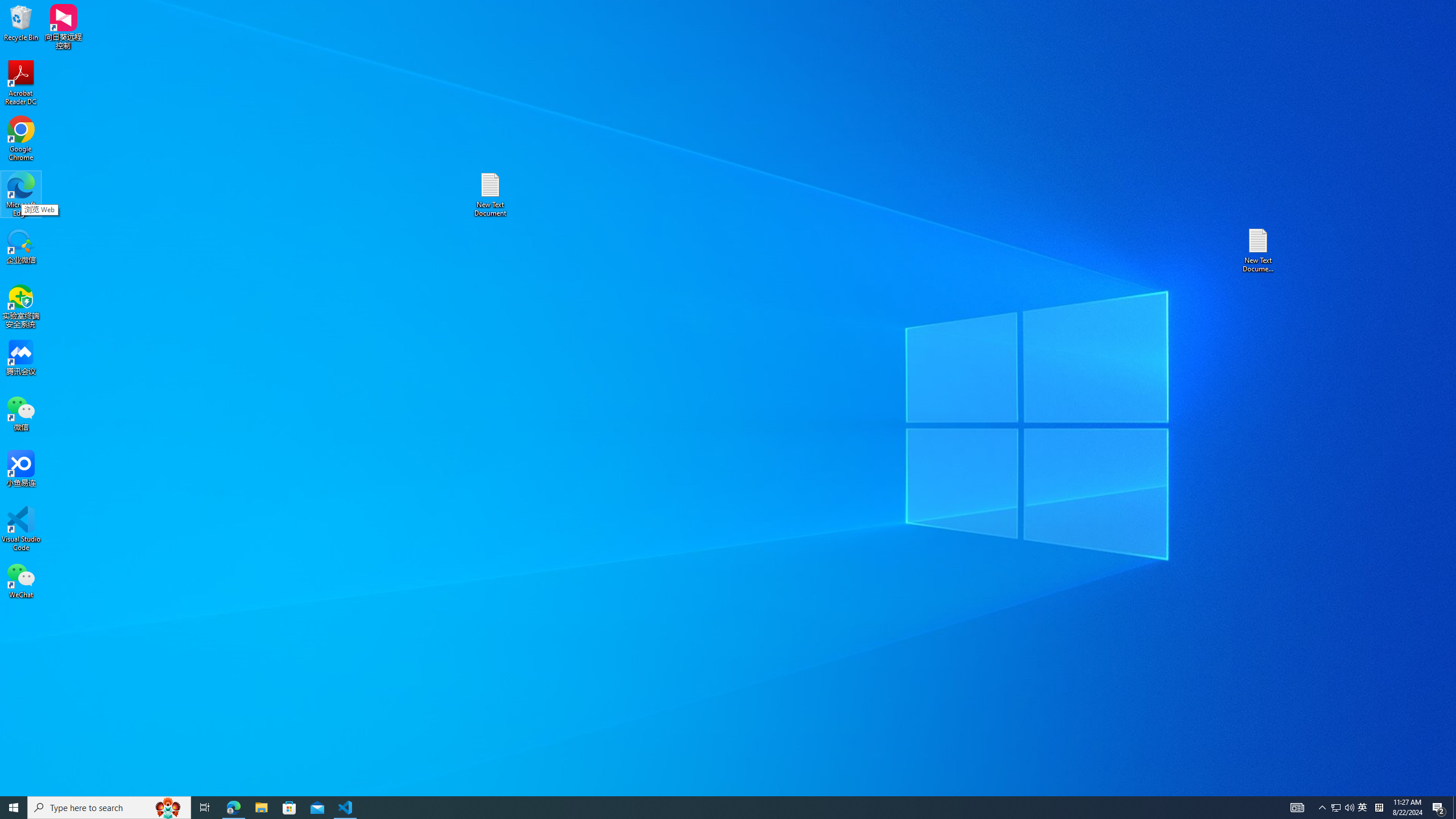 The height and width of the screenshot is (819, 1456). Describe the element at coordinates (20, 580) in the screenshot. I see `'WeChat'` at that location.